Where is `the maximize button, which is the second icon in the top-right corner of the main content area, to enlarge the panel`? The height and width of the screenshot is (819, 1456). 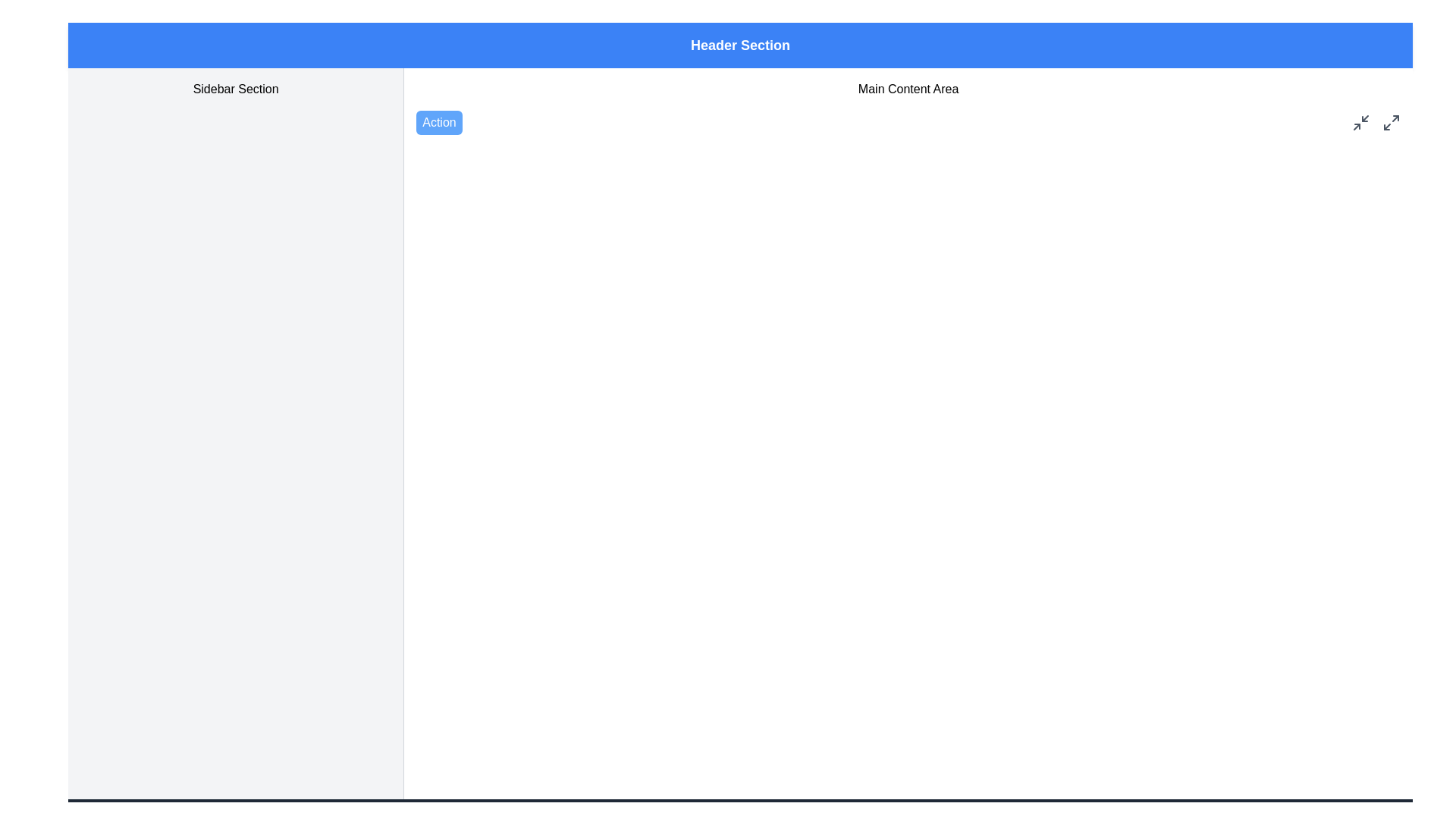
the maximize button, which is the second icon in the top-right corner of the main content area, to enlarge the panel is located at coordinates (1391, 122).